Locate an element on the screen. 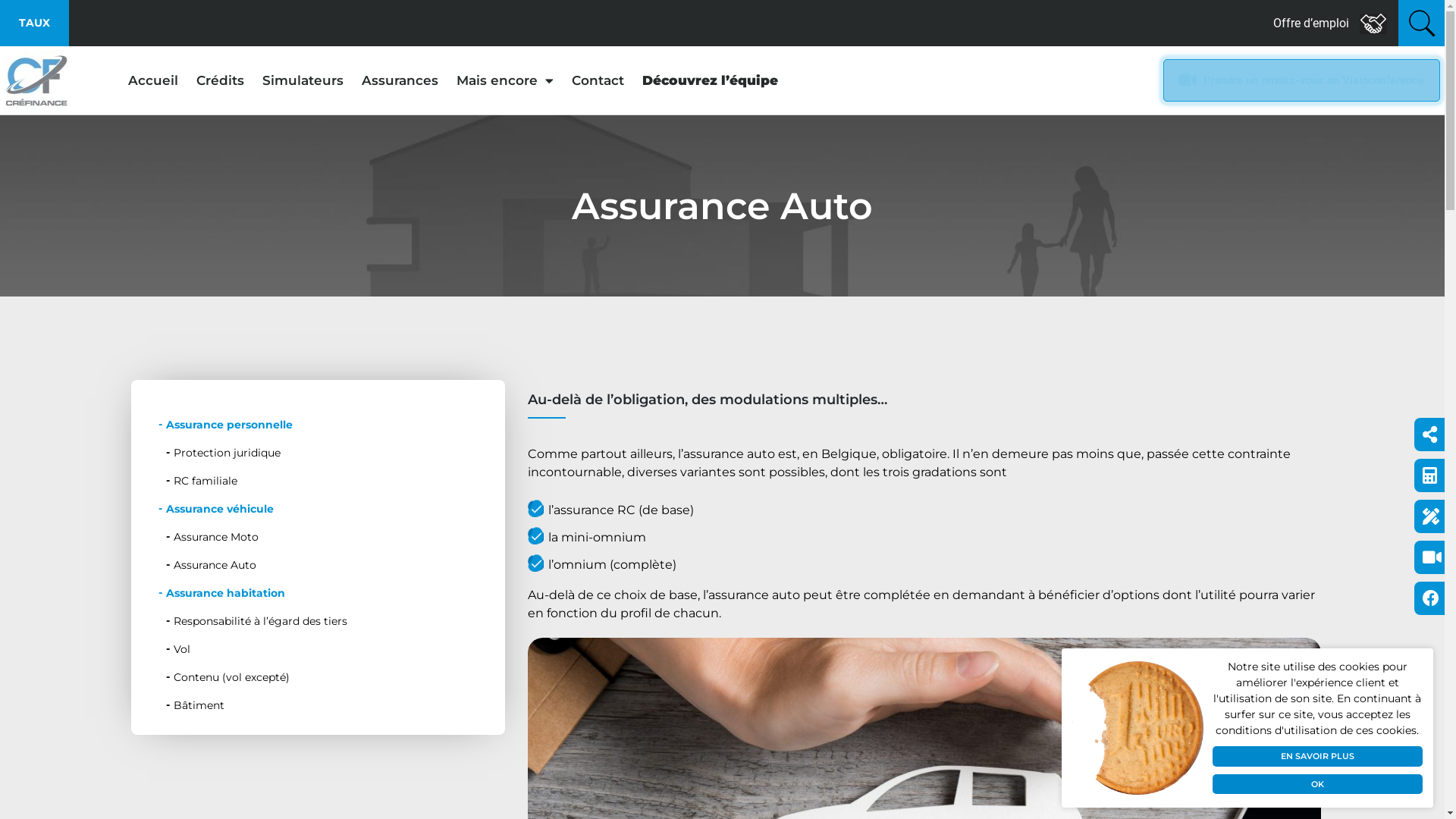 The height and width of the screenshot is (819, 1456). 'Logo crefinance-3XVEVdQpS1' is located at coordinates (36, 80).